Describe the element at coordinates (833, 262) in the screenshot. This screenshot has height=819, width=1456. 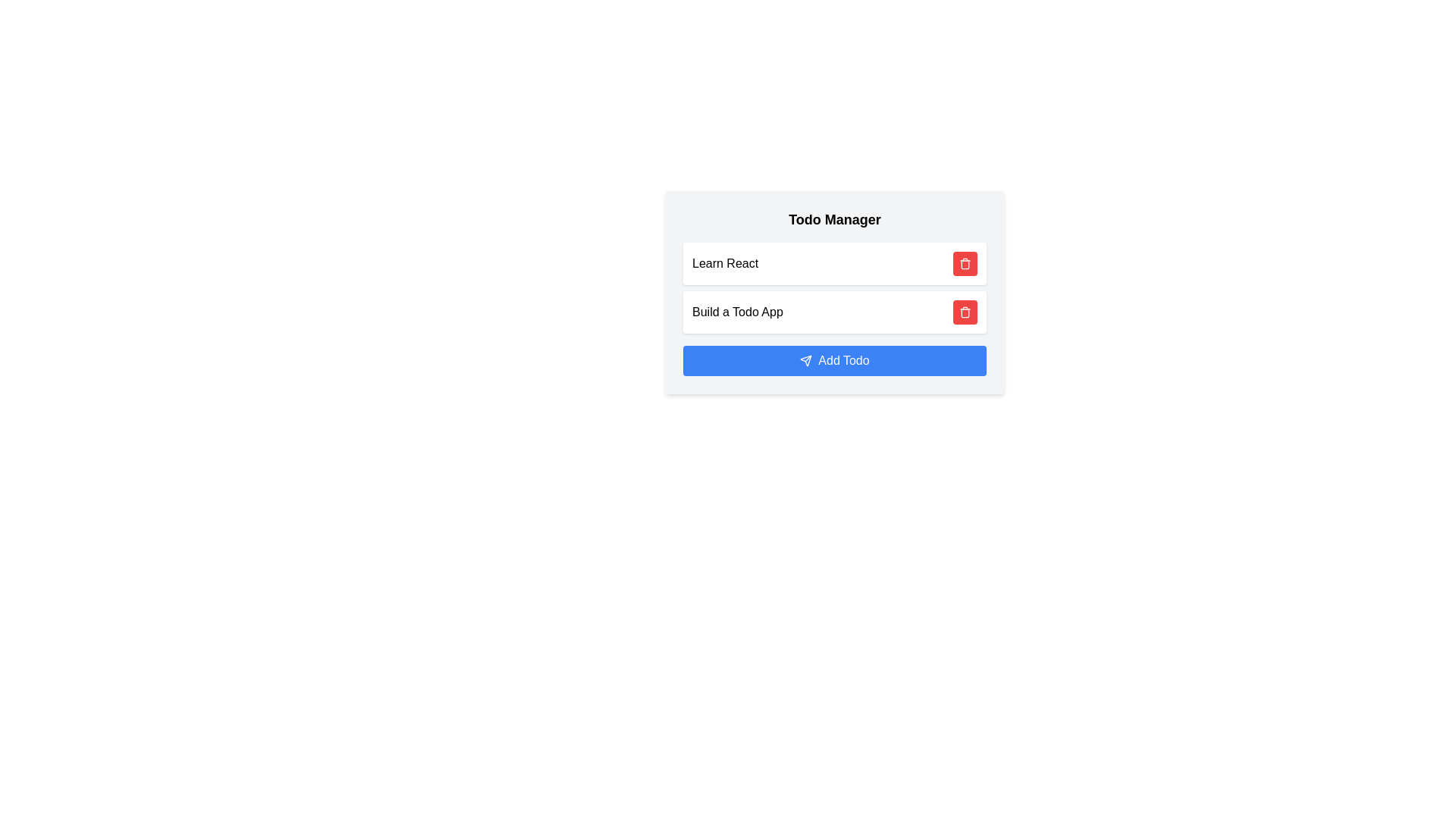
I see `the individual task item displaying the title 'Learn React'` at that location.